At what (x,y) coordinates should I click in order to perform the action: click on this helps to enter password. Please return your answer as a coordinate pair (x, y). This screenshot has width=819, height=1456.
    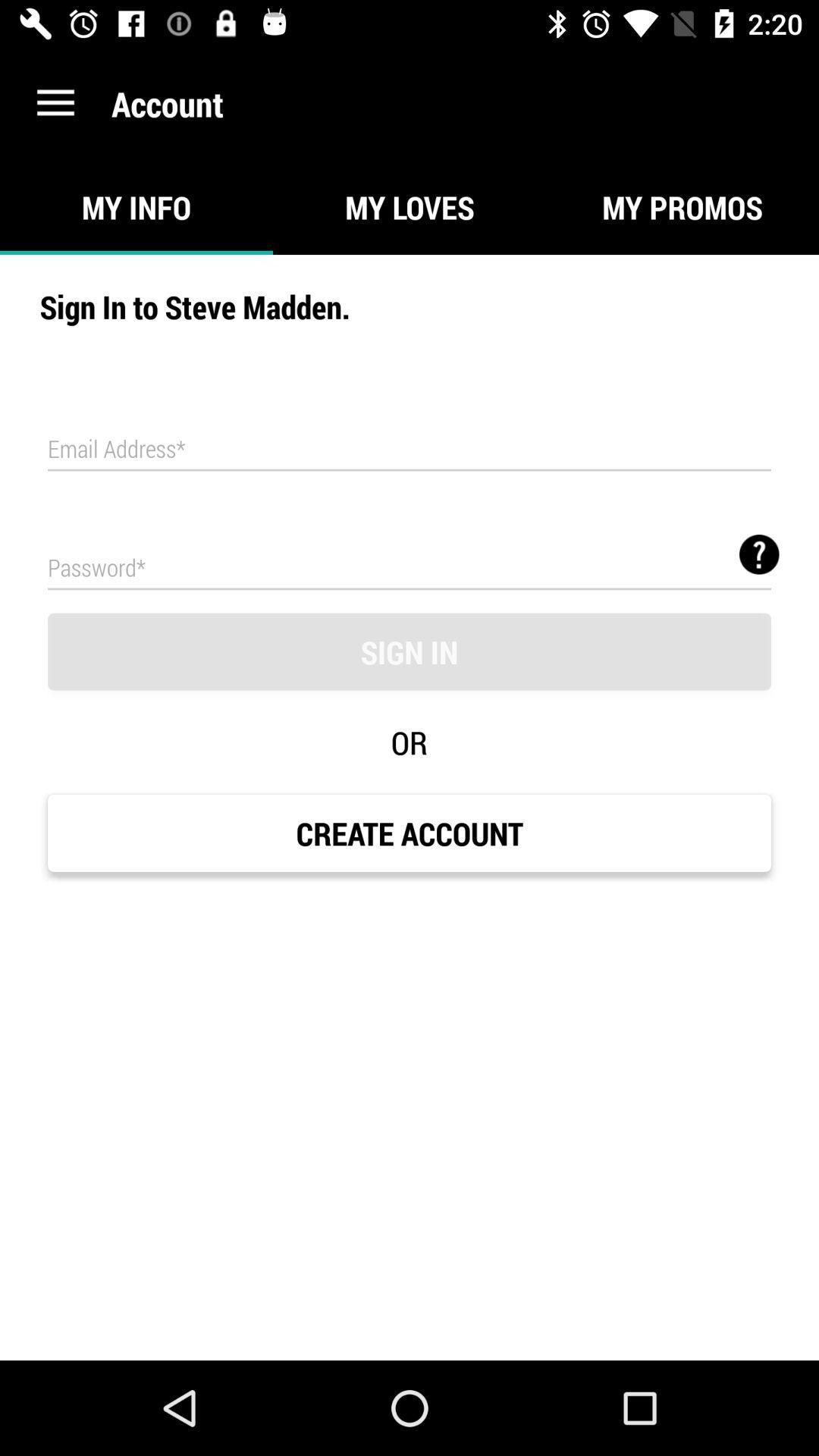
    Looking at the image, I should click on (409, 566).